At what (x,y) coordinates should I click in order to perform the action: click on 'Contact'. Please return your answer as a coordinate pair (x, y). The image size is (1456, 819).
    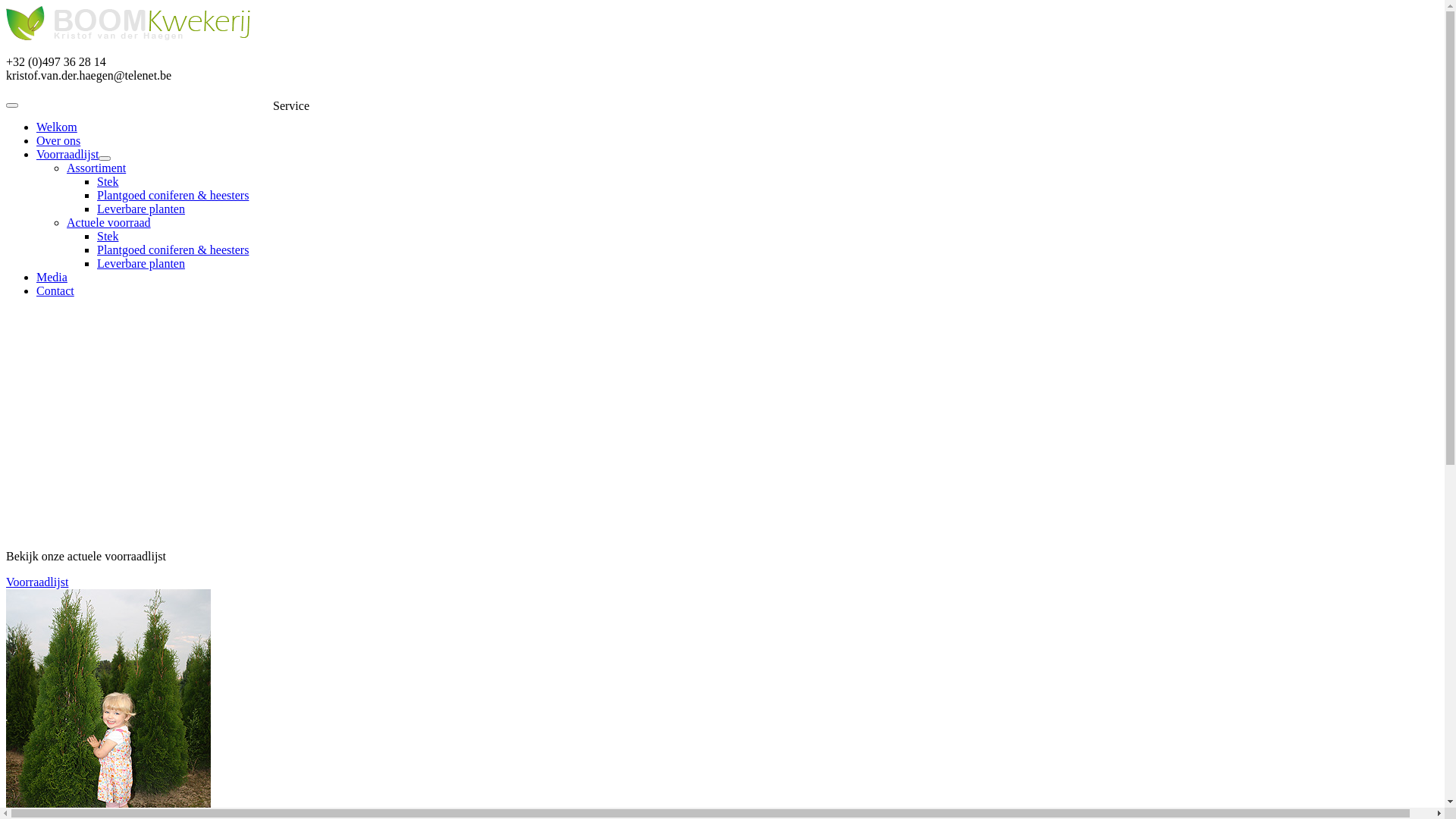
    Looking at the image, I should click on (55, 290).